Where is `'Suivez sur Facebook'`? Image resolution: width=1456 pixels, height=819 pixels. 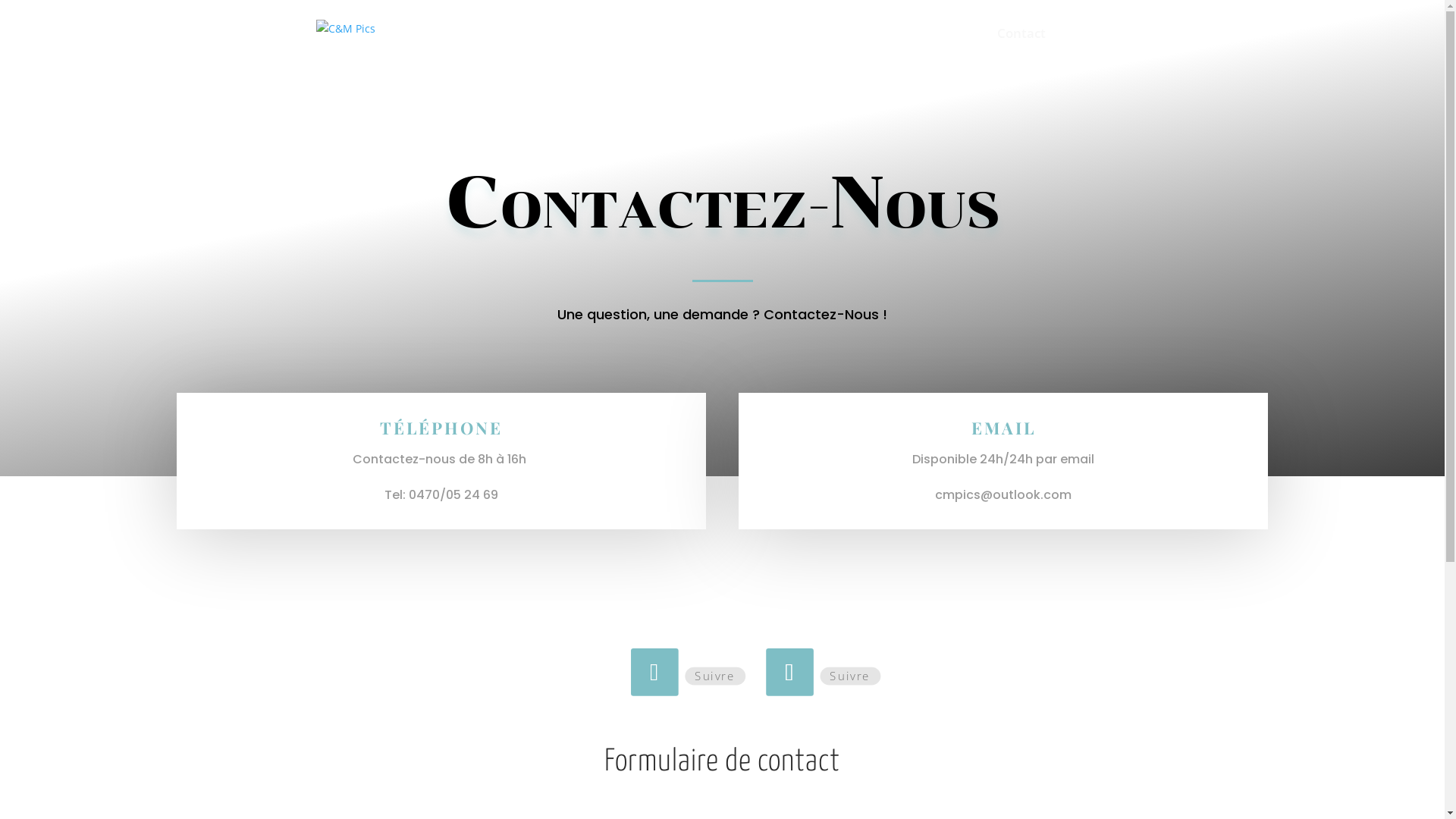
'Suivez sur Facebook' is located at coordinates (651, 669).